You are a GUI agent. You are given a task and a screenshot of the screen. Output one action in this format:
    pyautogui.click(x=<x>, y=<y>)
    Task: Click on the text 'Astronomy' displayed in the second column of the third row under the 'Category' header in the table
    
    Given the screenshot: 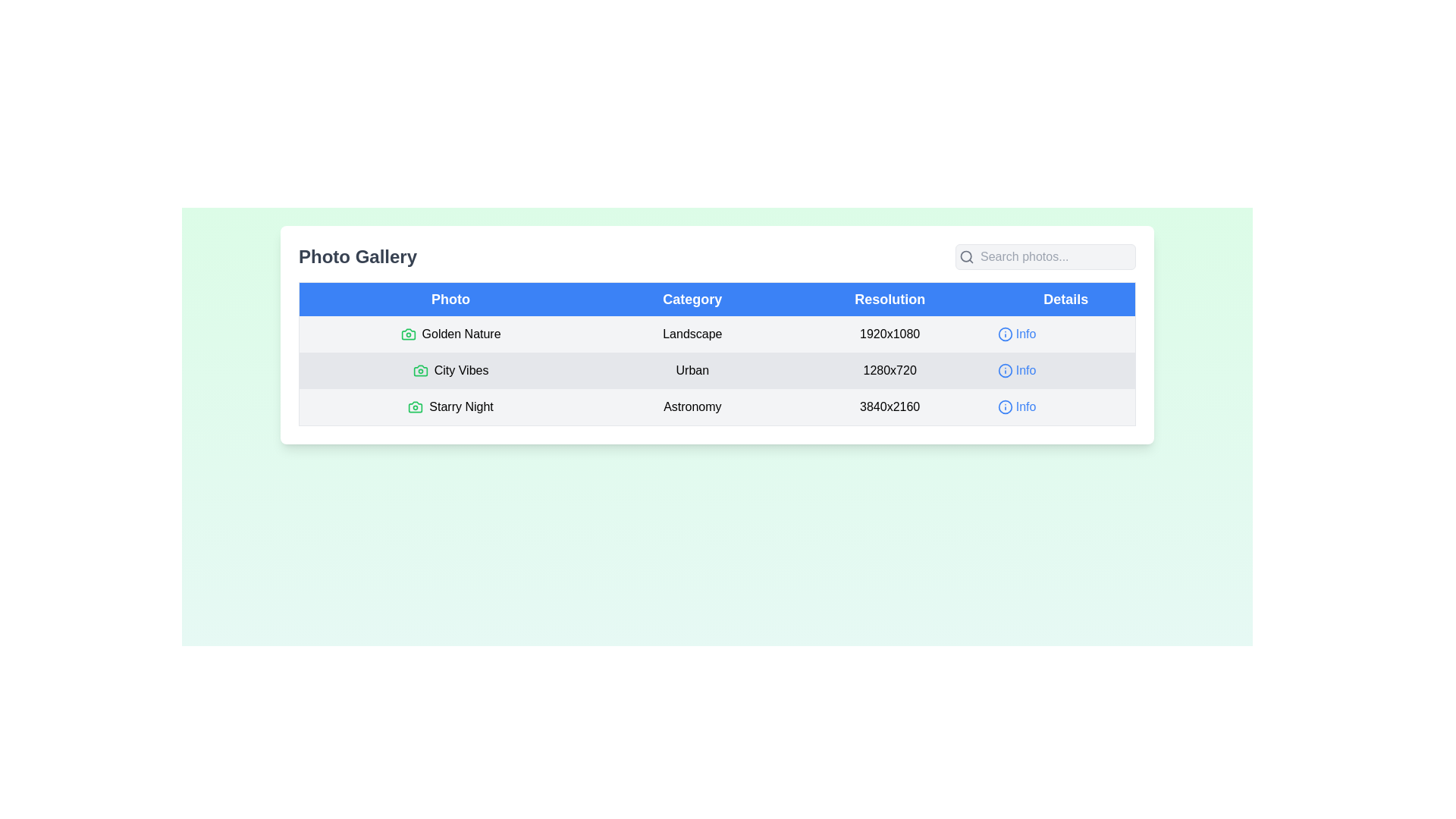 What is the action you would take?
    pyautogui.click(x=692, y=406)
    